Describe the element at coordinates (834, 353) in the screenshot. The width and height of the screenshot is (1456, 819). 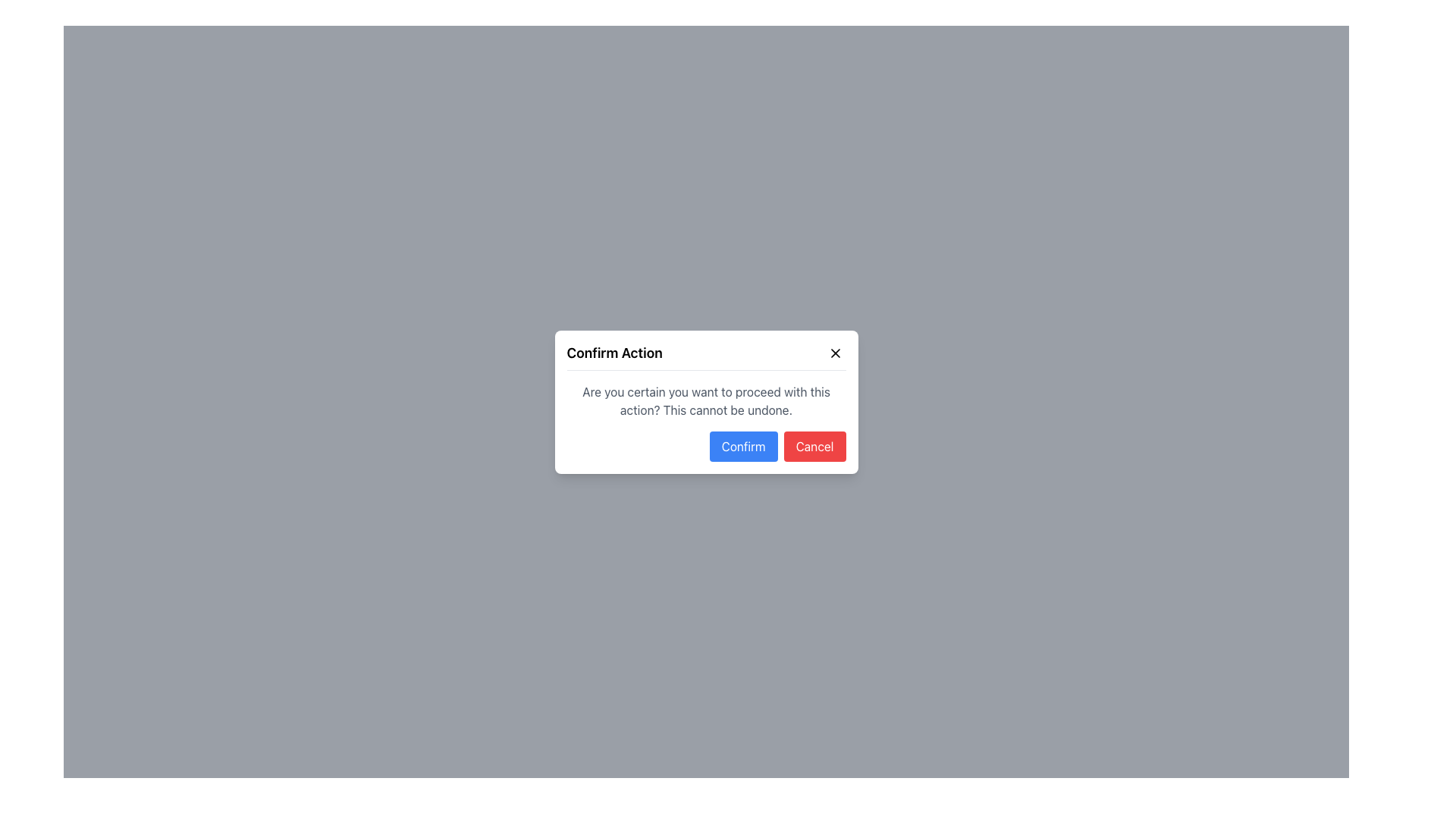
I see `the close icon located in the top-right corner of the modal dialog` at that location.